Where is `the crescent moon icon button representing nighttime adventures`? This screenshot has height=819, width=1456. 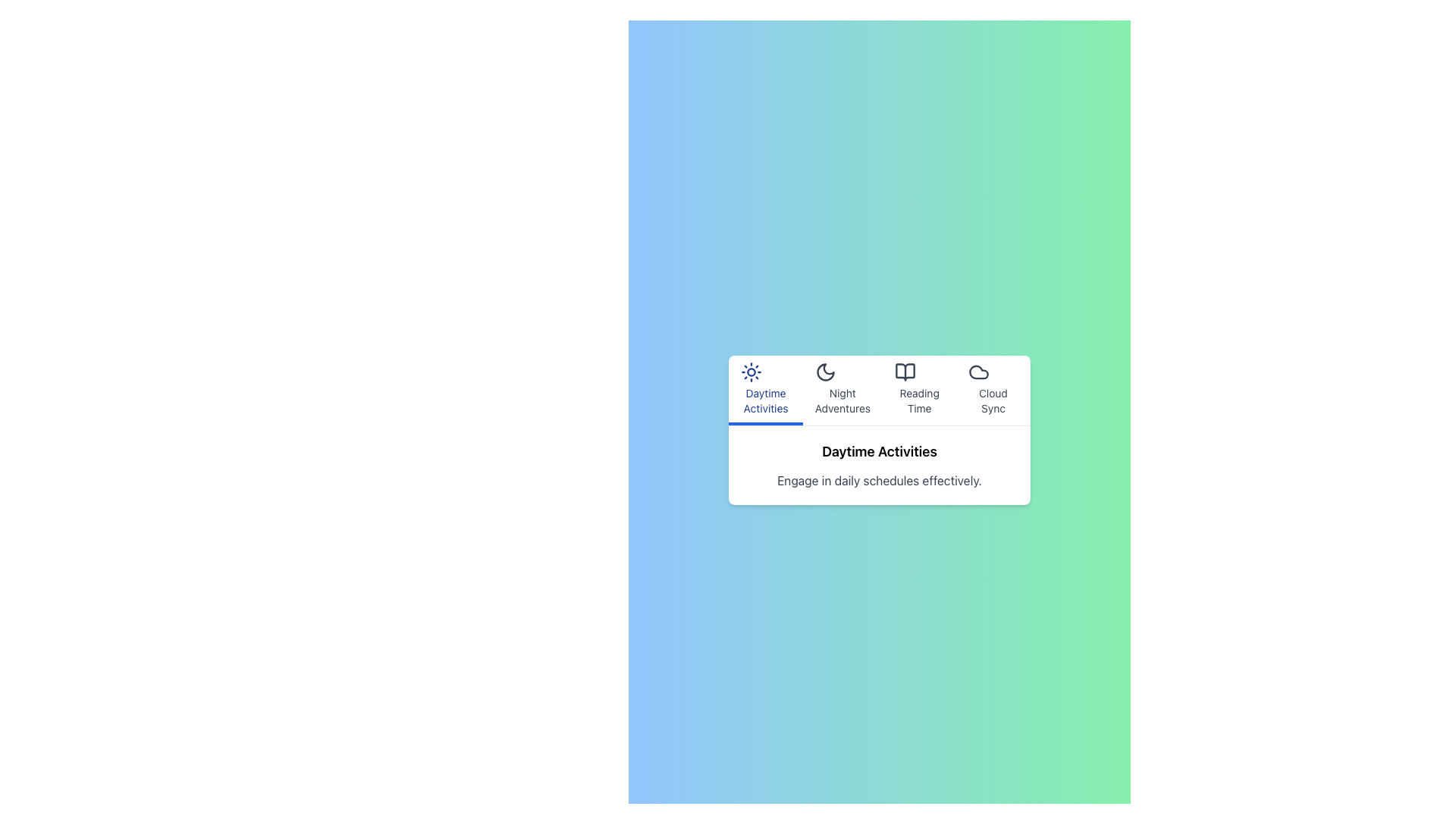 the crescent moon icon button representing nighttime adventures is located at coordinates (824, 372).